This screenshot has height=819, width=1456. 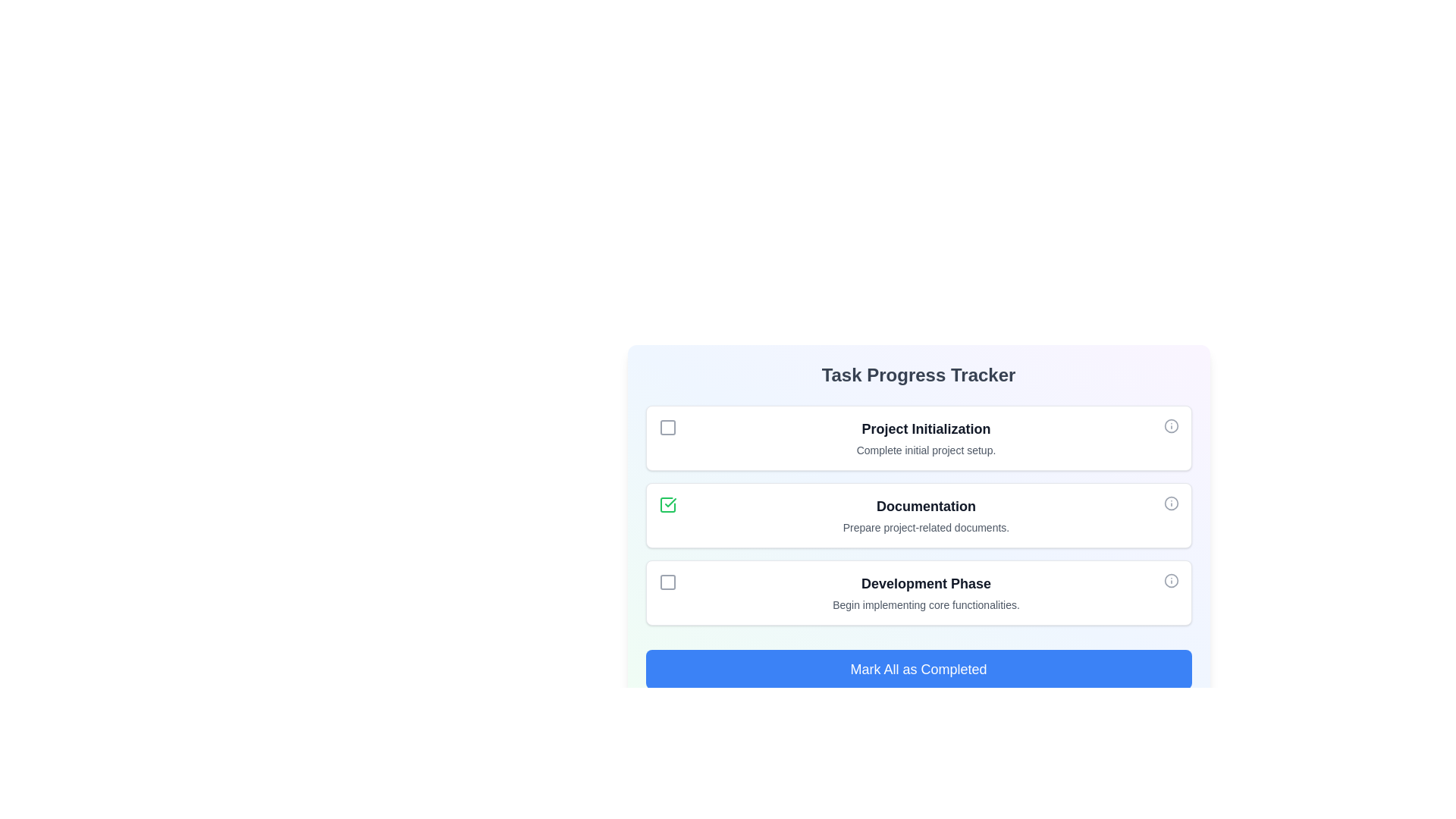 What do you see at coordinates (925, 438) in the screenshot?
I see `text label for 'Project Initialization' located in the first row of the task items list within the progress tracker interface` at bounding box center [925, 438].